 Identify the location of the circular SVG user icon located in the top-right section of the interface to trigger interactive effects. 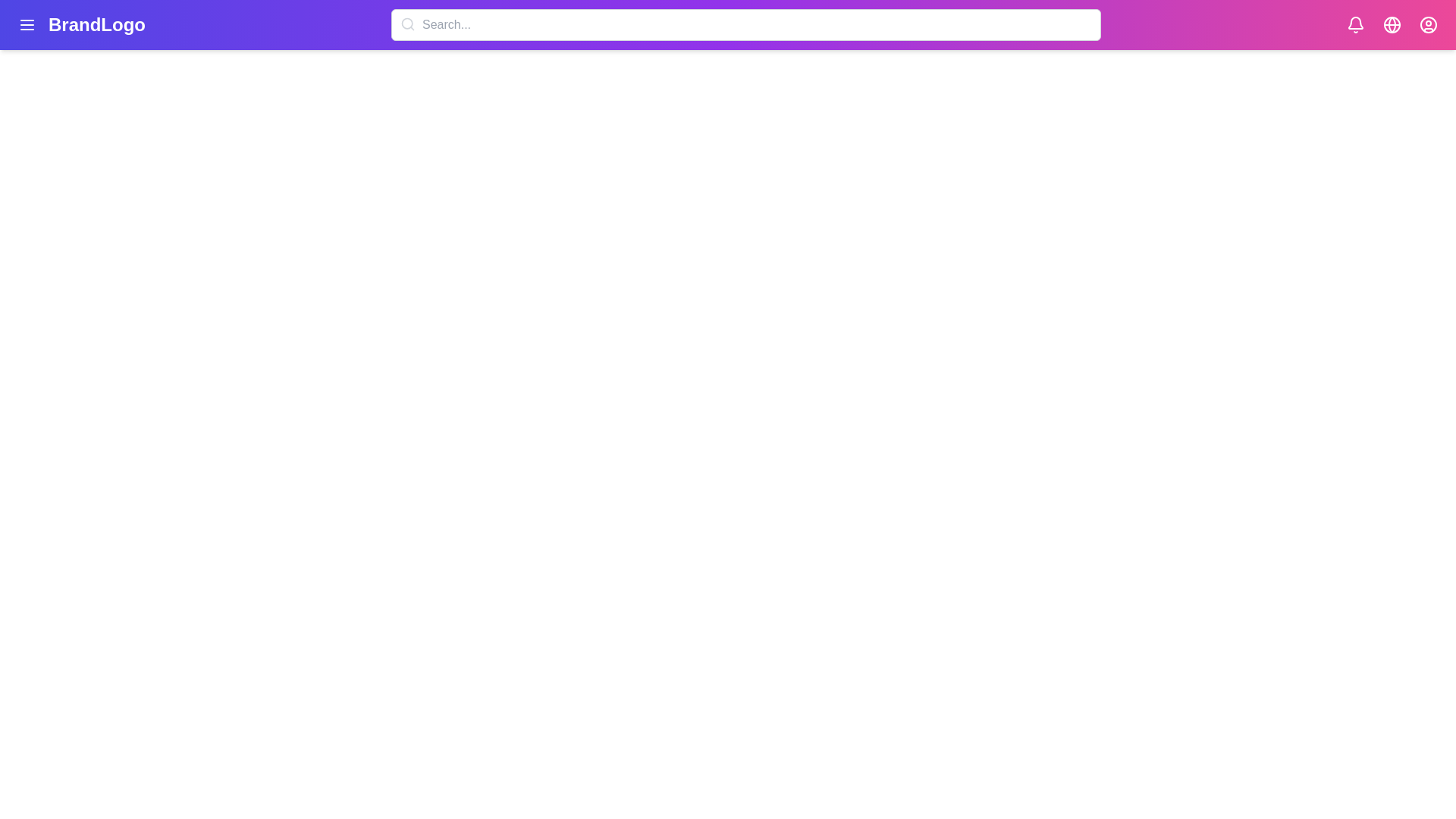
(1427, 25).